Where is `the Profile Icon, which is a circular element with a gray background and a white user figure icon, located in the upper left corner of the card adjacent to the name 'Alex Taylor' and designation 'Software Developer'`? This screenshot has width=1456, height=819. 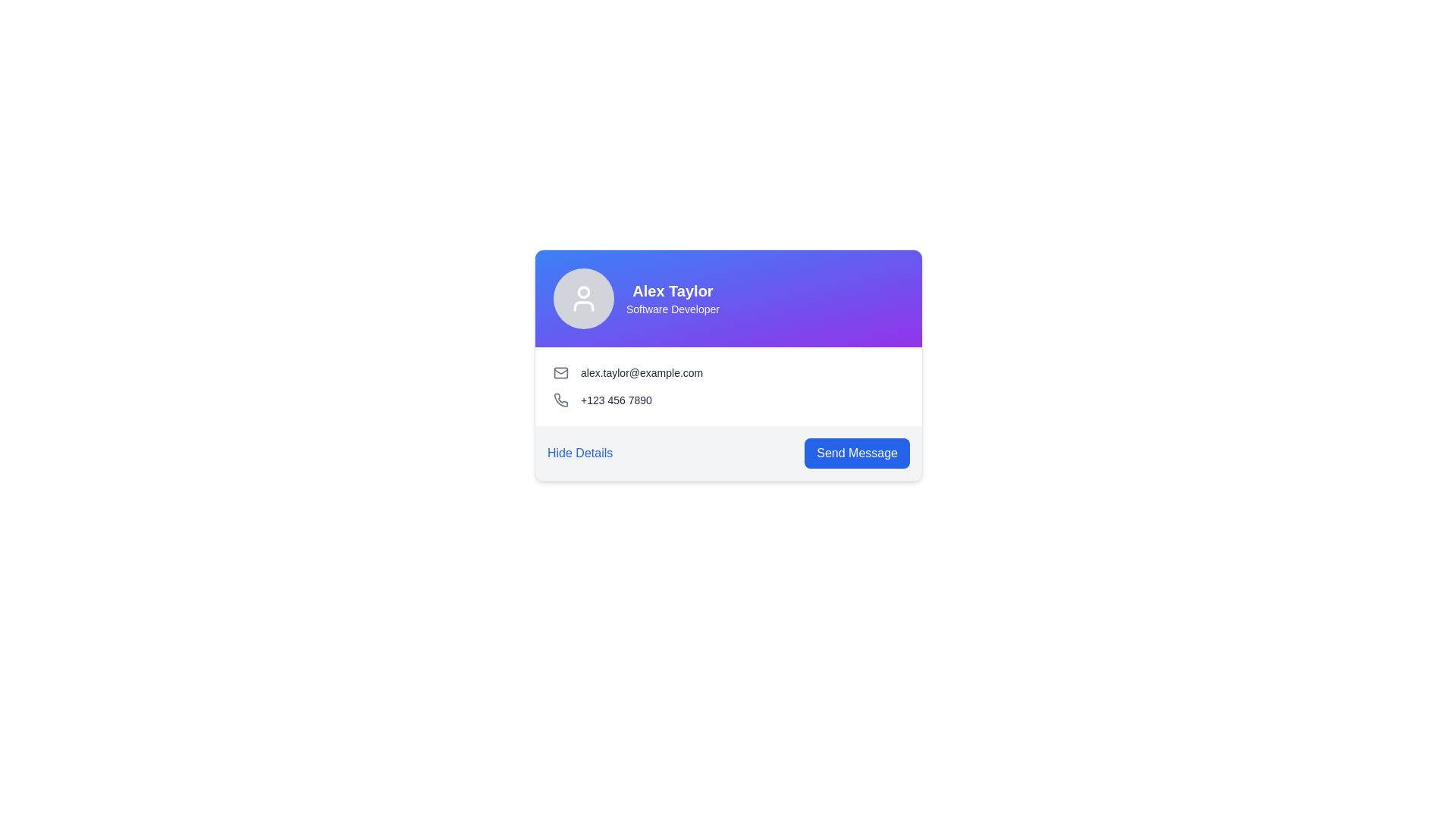
the Profile Icon, which is a circular element with a gray background and a white user figure icon, located in the upper left corner of the card adjacent to the name 'Alex Taylor' and designation 'Software Developer' is located at coordinates (582, 298).